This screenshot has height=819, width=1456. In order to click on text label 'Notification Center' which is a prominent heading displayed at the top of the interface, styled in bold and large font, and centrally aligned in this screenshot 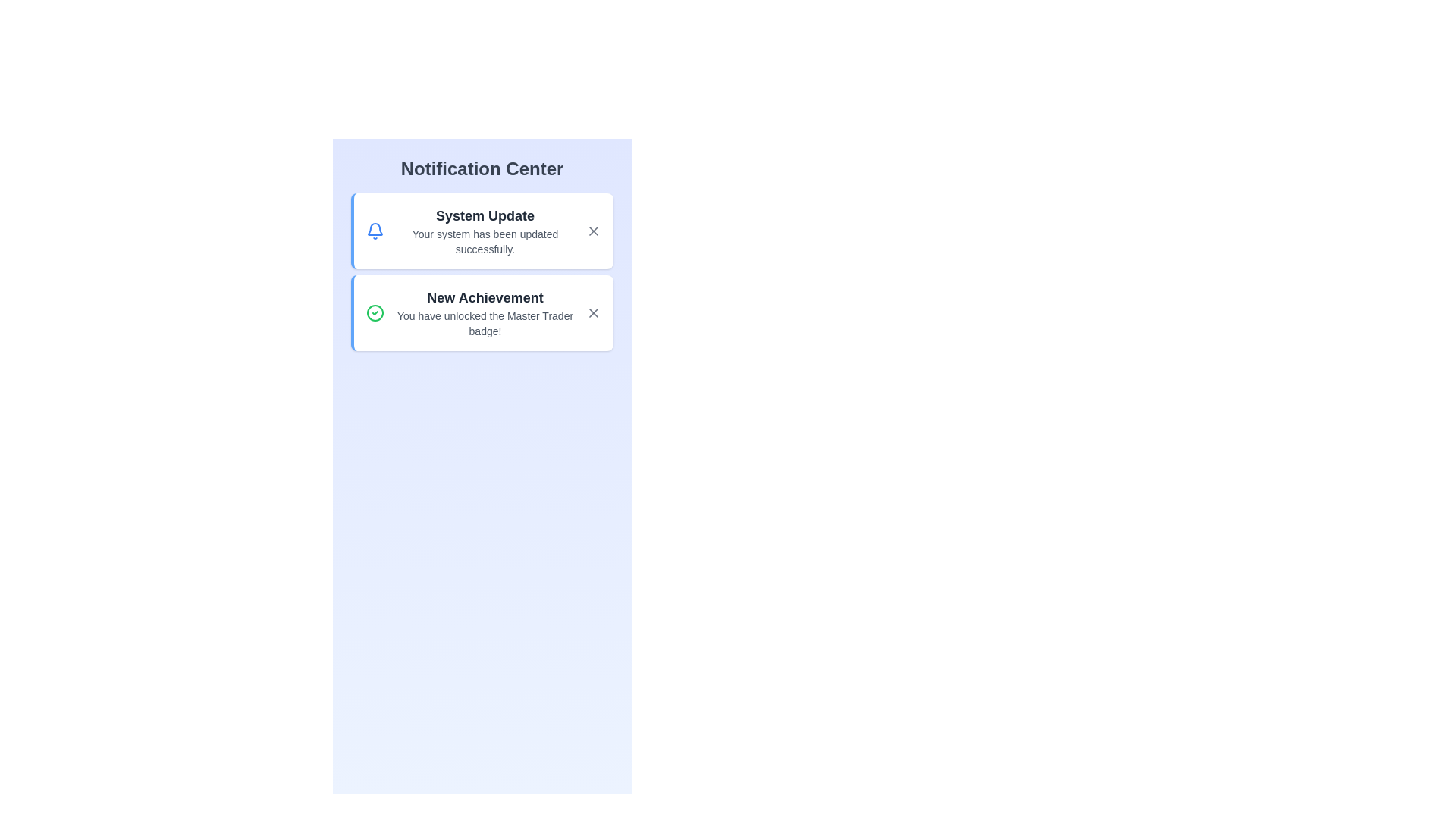, I will do `click(481, 169)`.